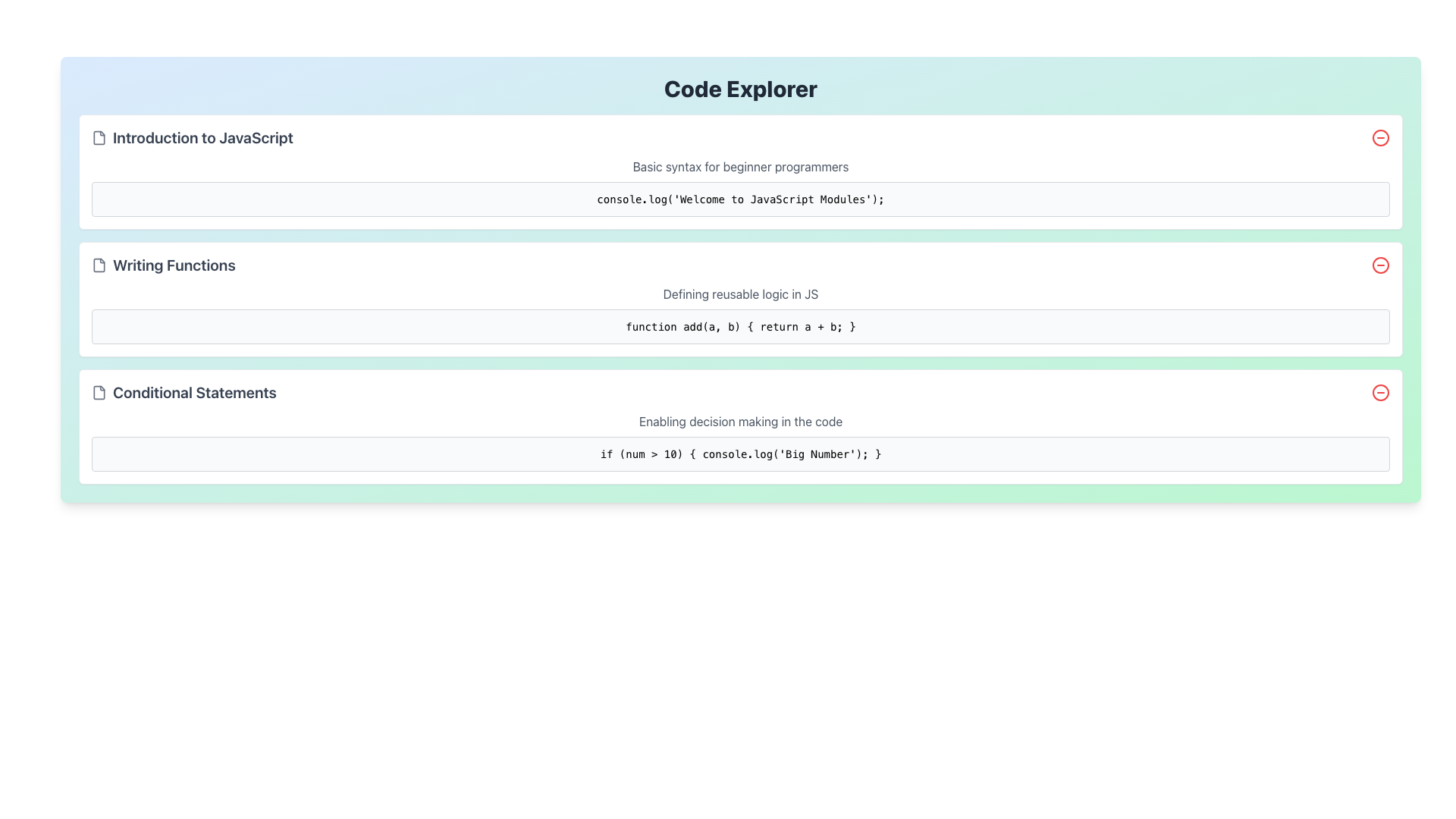  I want to click on the SVG Circle element that is part of the 'circle minus' icon located on the far right of the 'Writing Functions' row in the interface, so click(1380, 265).